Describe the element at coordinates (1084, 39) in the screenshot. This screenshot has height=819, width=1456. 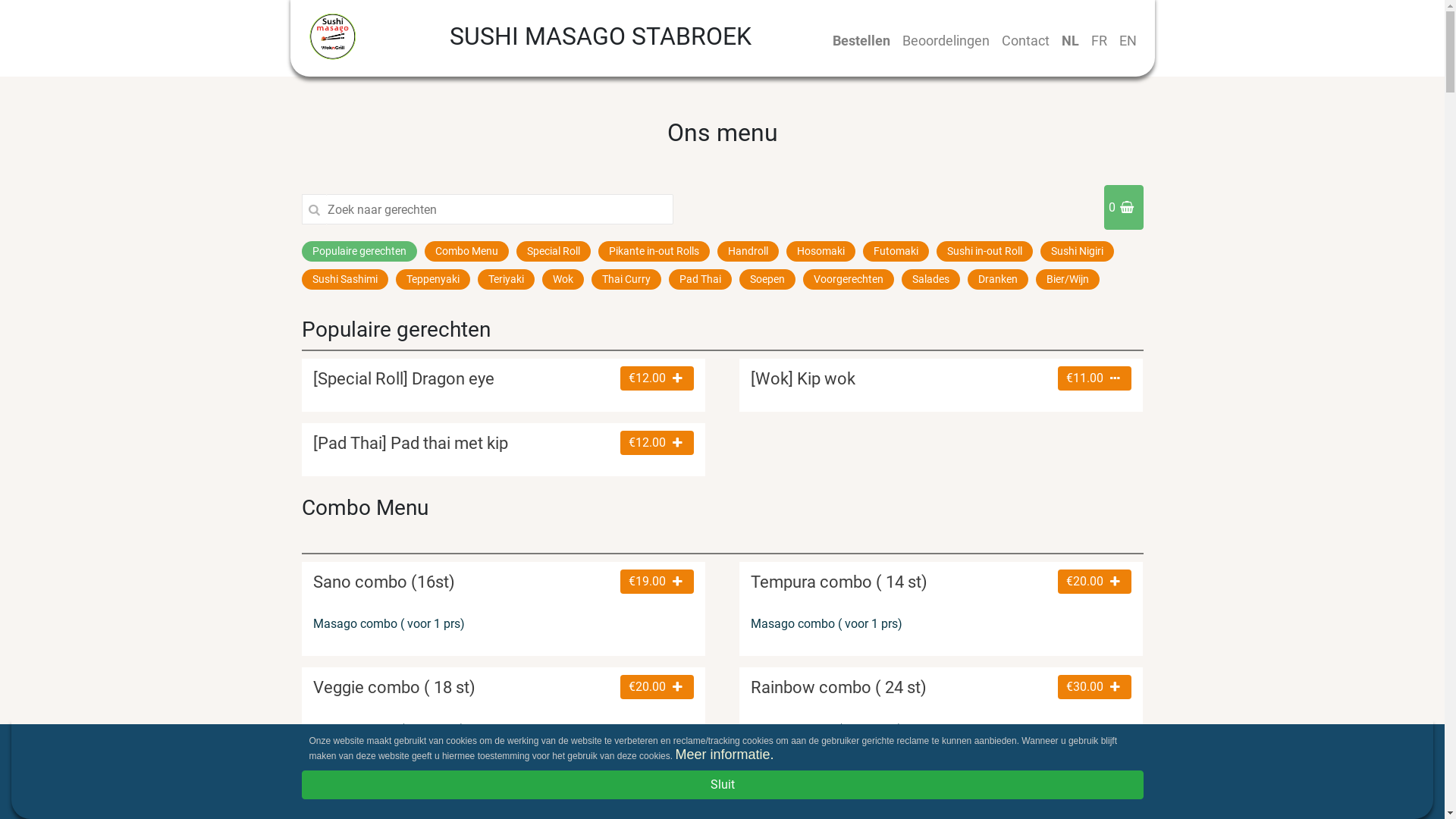
I see `'FR'` at that location.